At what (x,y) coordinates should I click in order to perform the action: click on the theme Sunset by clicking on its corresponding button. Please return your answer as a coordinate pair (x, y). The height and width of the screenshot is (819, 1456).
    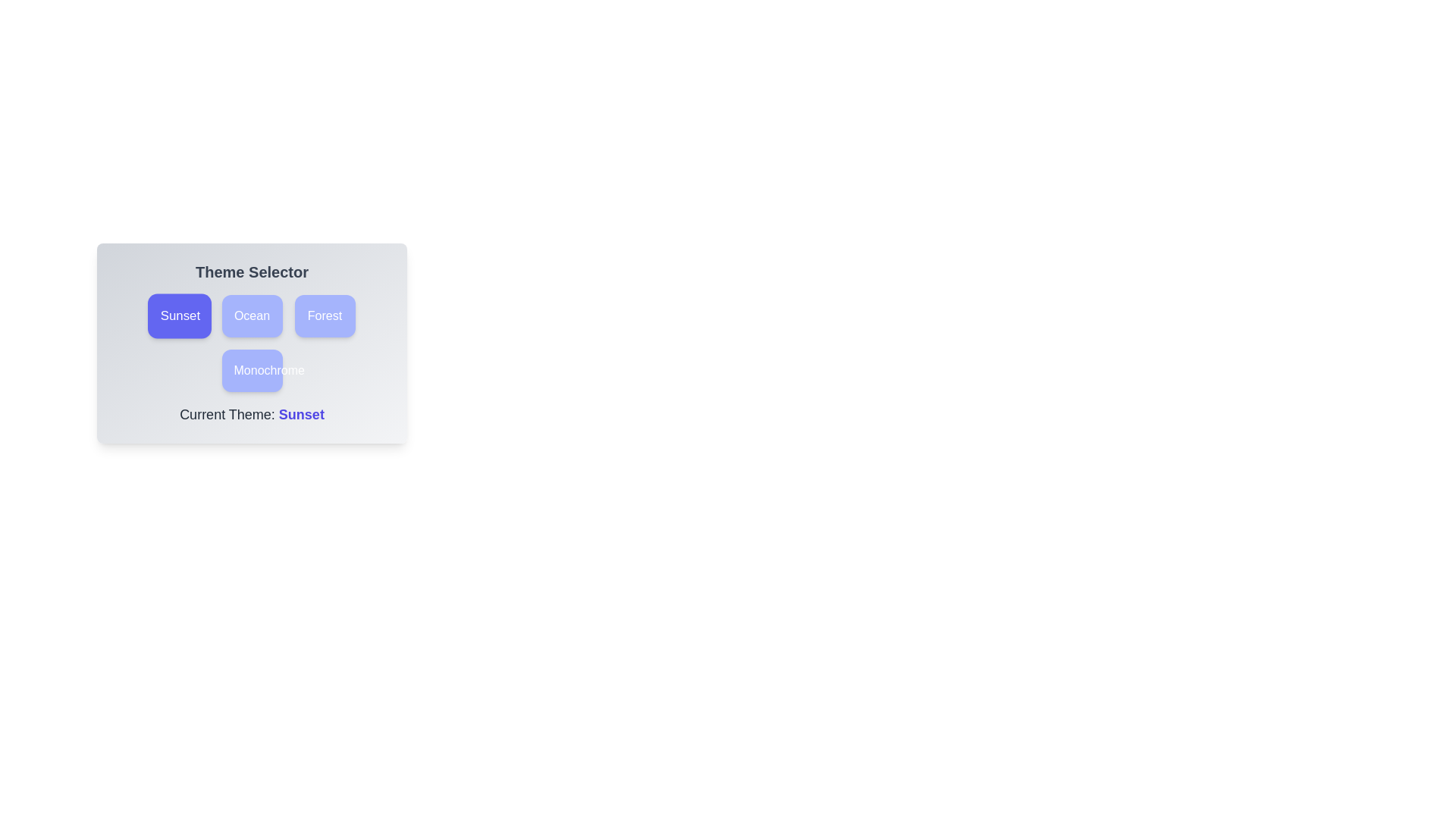
    Looking at the image, I should click on (179, 315).